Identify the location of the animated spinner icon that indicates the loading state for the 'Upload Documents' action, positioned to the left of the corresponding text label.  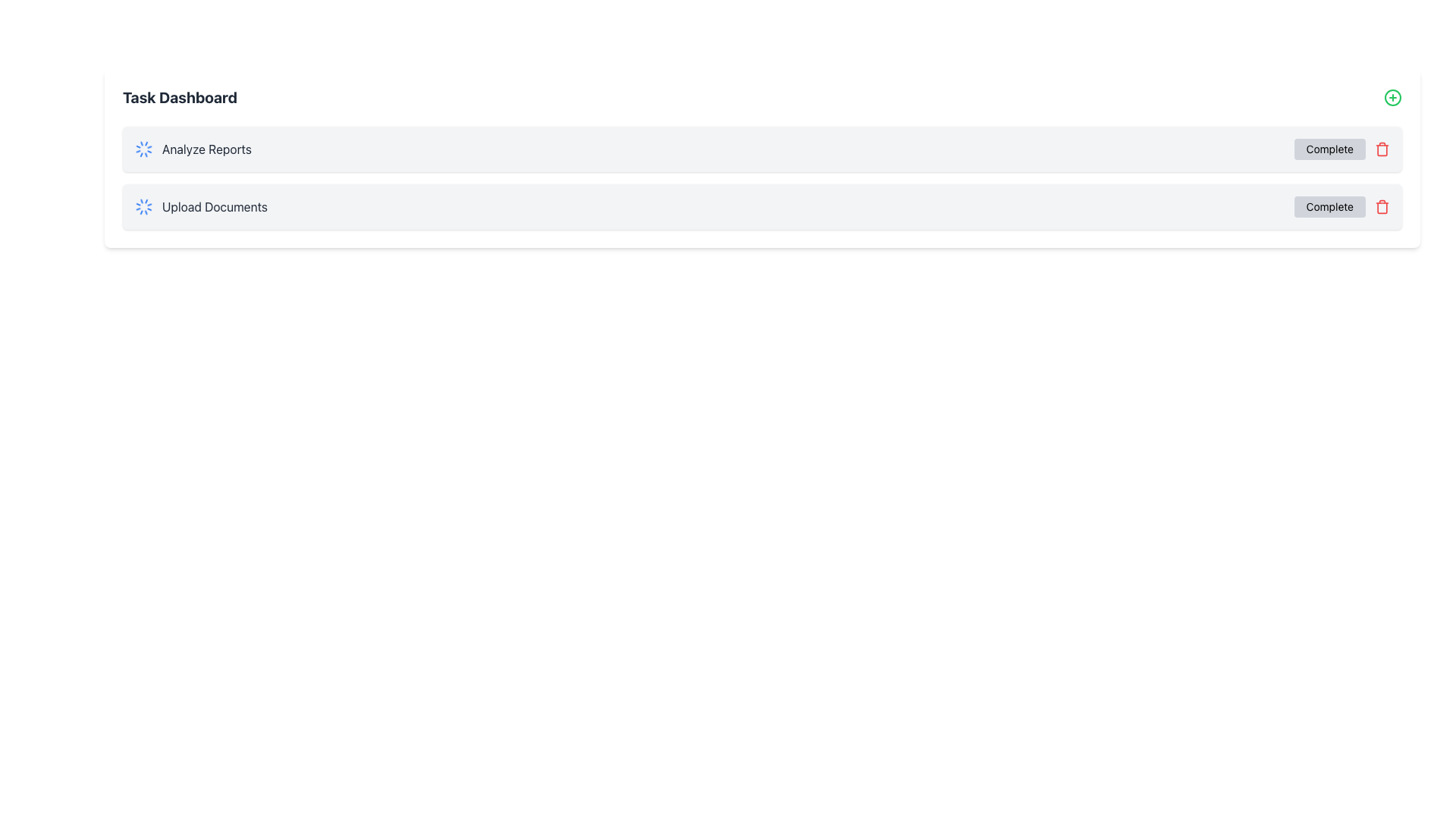
(144, 207).